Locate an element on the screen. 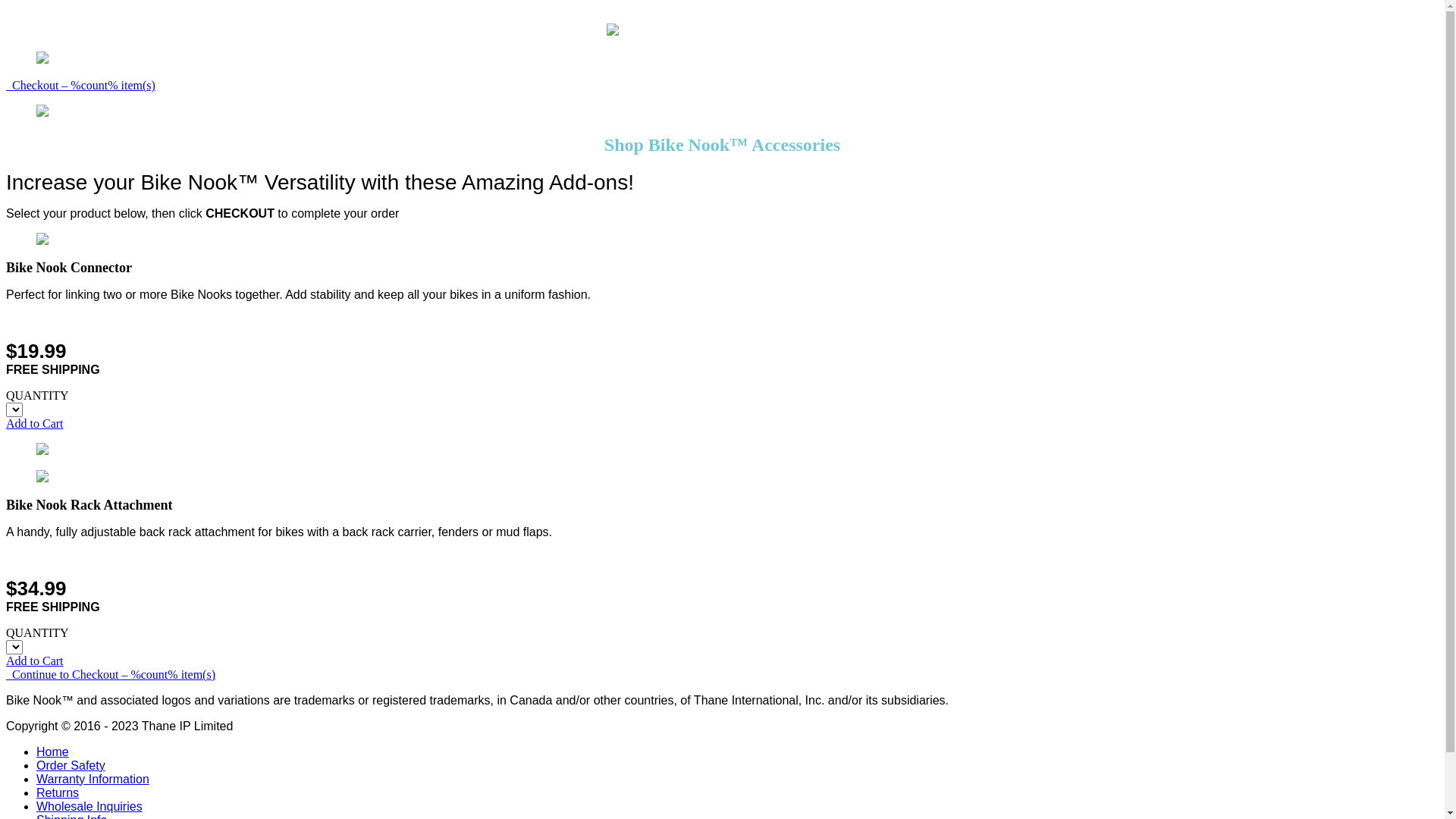  'Add to Cart' is located at coordinates (35, 660).